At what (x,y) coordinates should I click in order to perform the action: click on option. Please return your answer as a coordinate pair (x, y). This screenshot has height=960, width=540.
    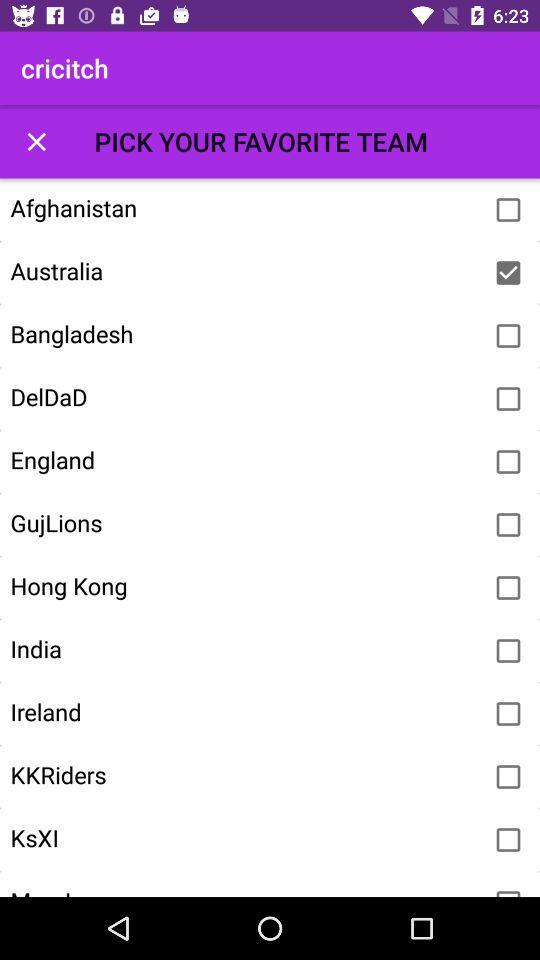
    Looking at the image, I should click on (508, 649).